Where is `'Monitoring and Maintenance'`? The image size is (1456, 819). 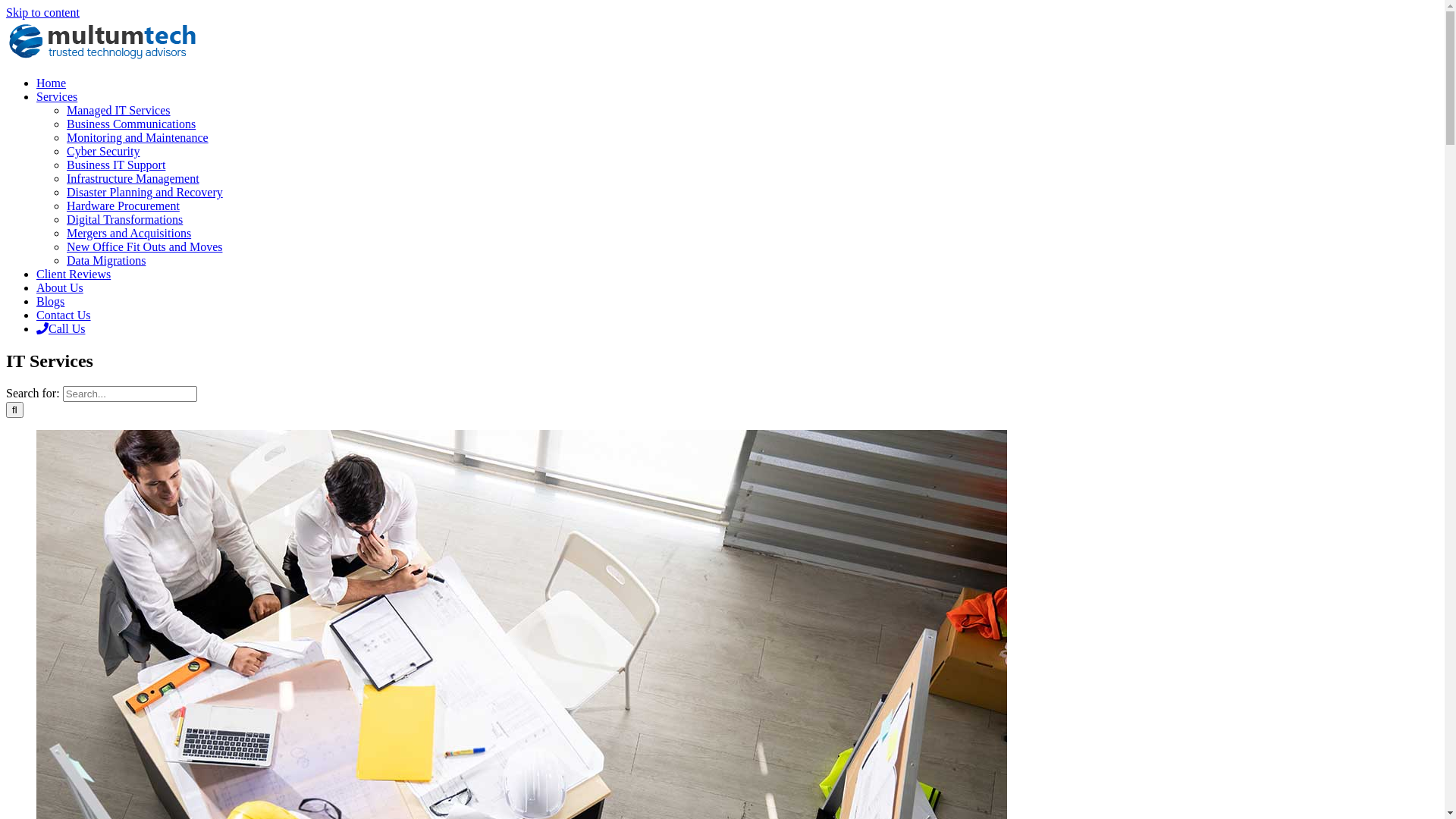 'Monitoring and Maintenance' is located at coordinates (137, 137).